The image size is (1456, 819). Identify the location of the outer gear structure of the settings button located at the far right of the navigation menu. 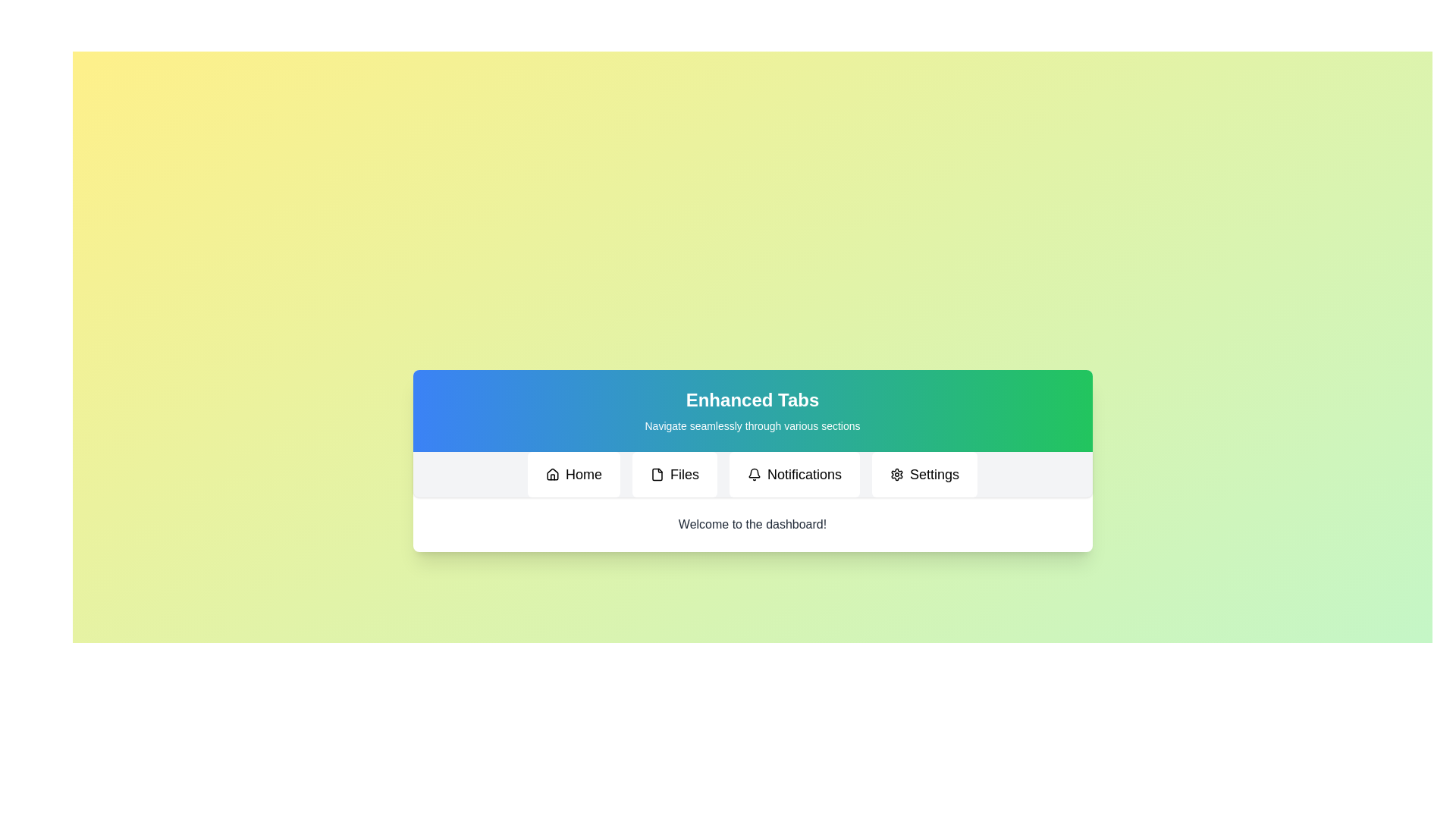
(897, 473).